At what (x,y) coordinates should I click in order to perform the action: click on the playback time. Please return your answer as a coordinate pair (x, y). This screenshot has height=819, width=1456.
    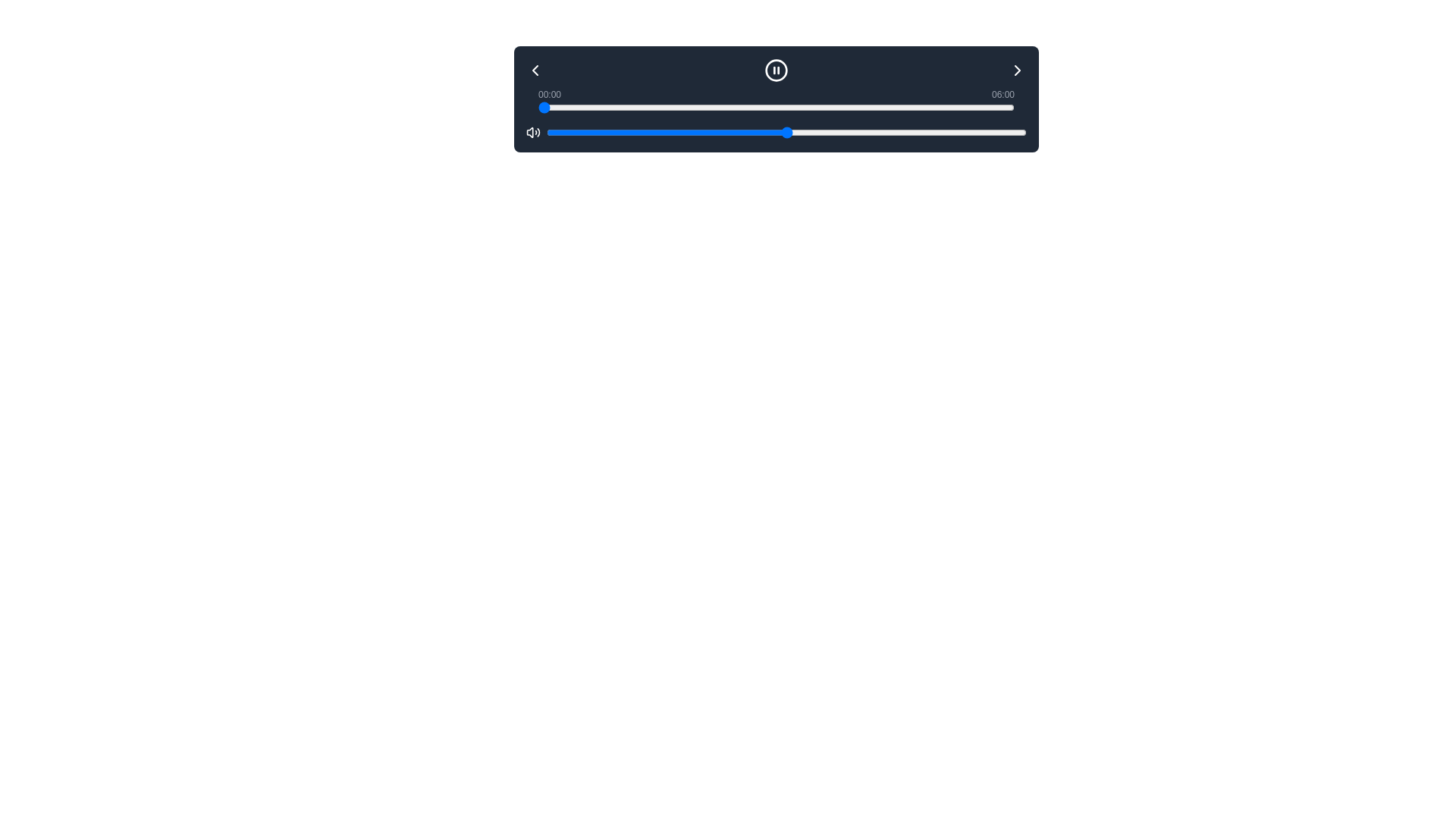
    Looking at the image, I should click on (701, 107).